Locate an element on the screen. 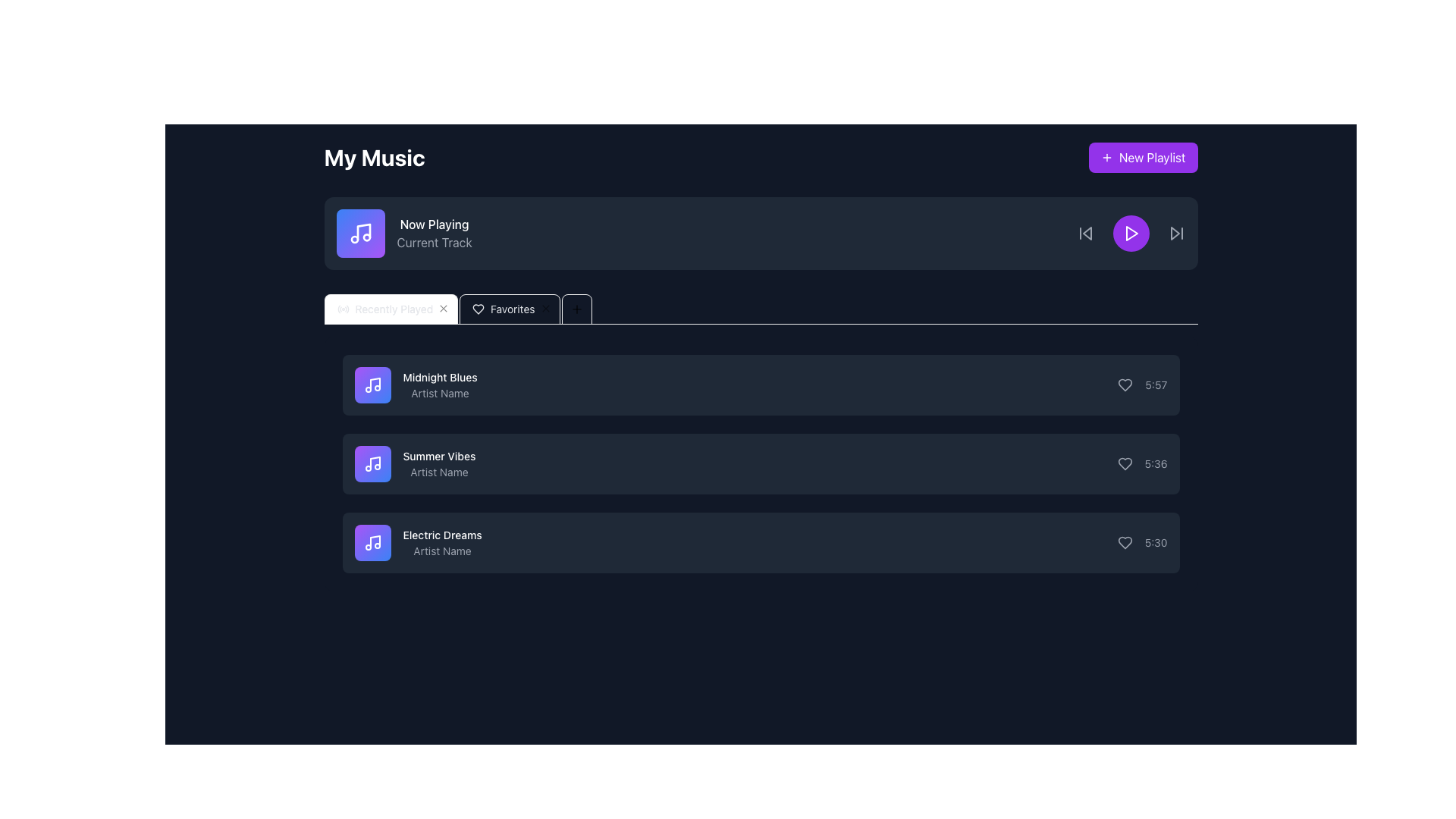 The height and width of the screenshot is (819, 1456). the heart-shaped red icon indicating a 'liked' action at the end of the 'Electric Dreams' list item is located at coordinates (1125, 542).